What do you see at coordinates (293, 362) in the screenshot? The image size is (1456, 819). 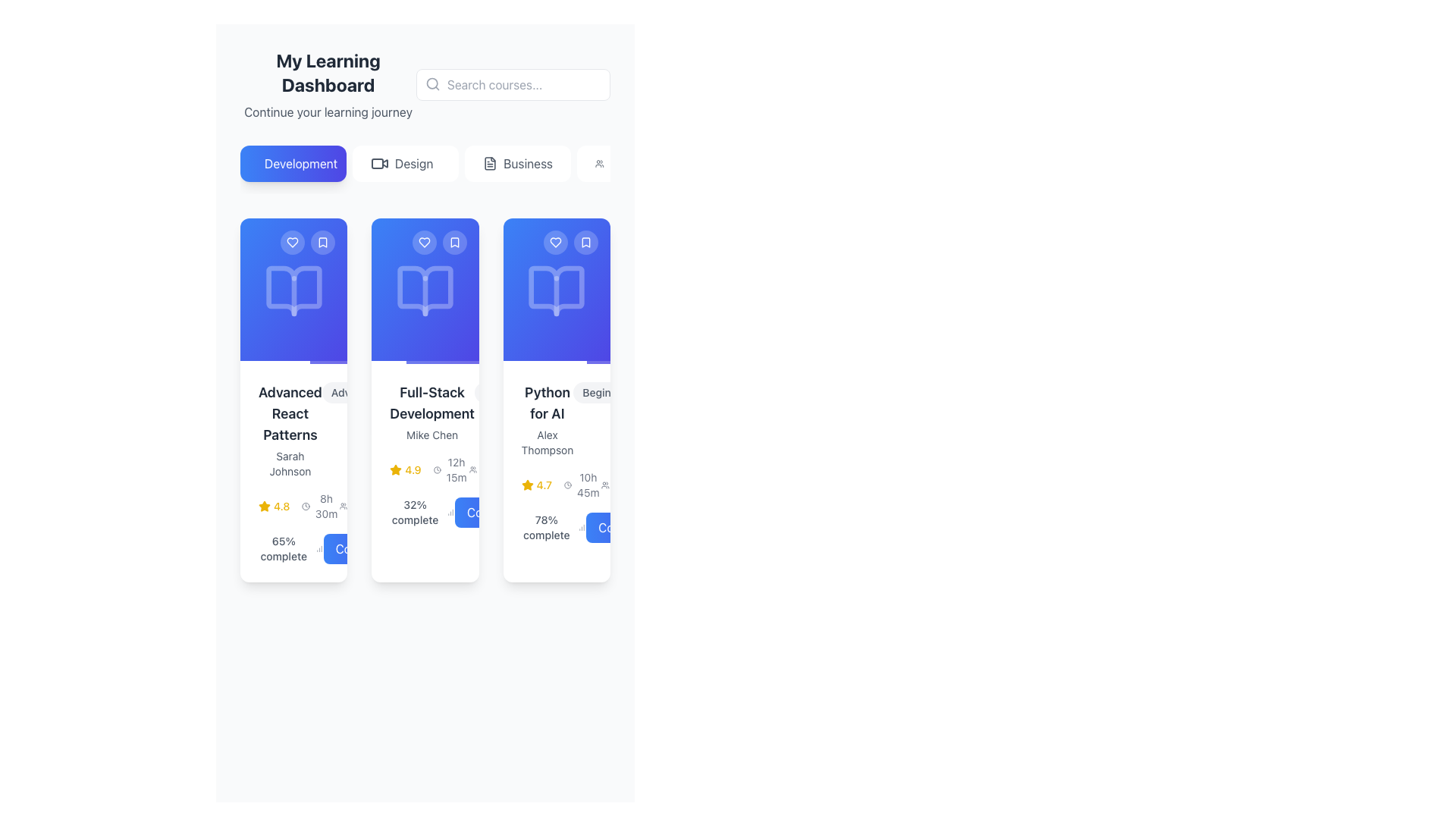 I see `the progress bar at the bottom of the first course card` at bounding box center [293, 362].